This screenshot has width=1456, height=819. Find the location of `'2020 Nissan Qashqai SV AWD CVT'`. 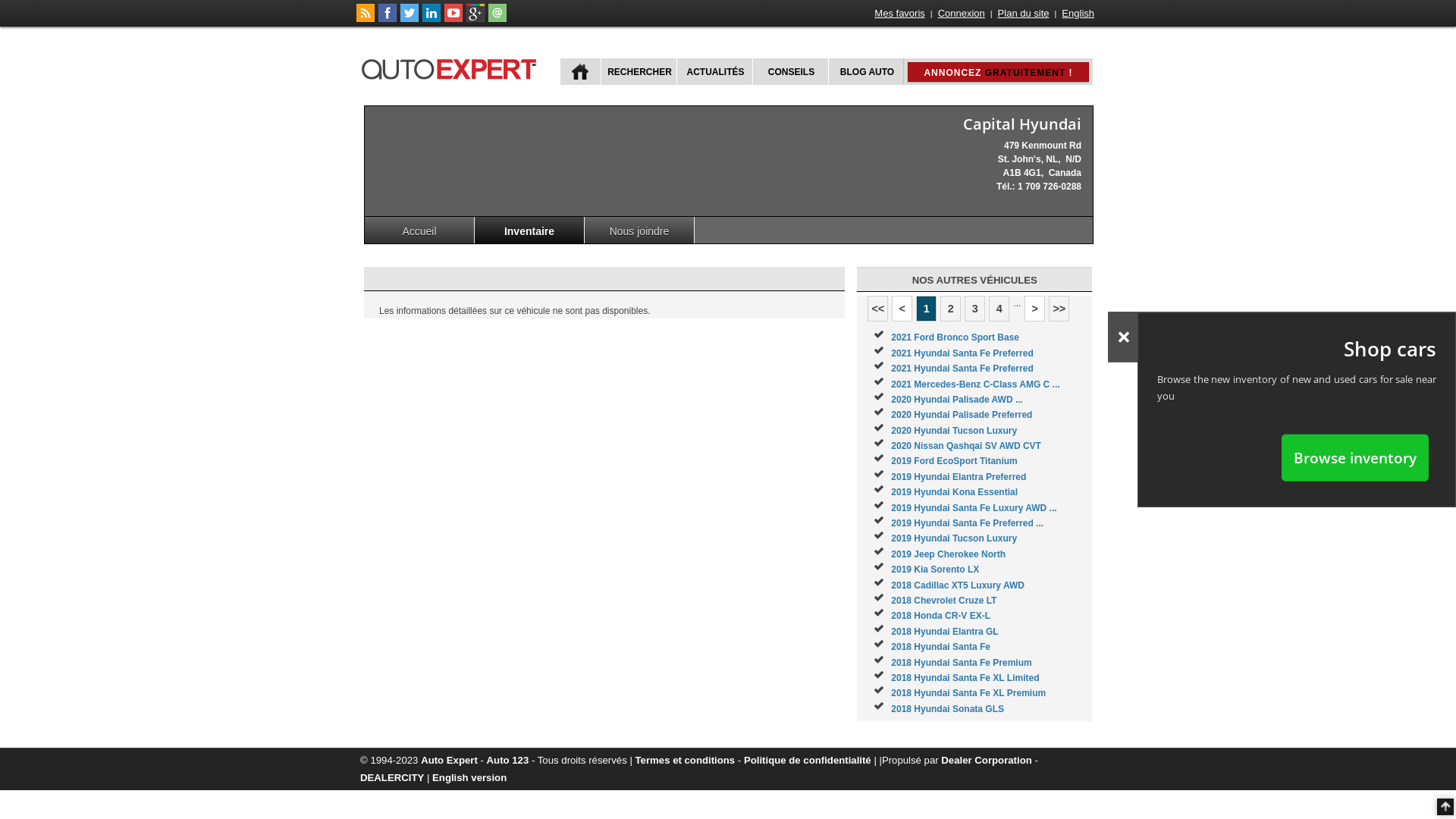

'2020 Nissan Qashqai SV AWD CVT' is located at coordinates (965, 444).